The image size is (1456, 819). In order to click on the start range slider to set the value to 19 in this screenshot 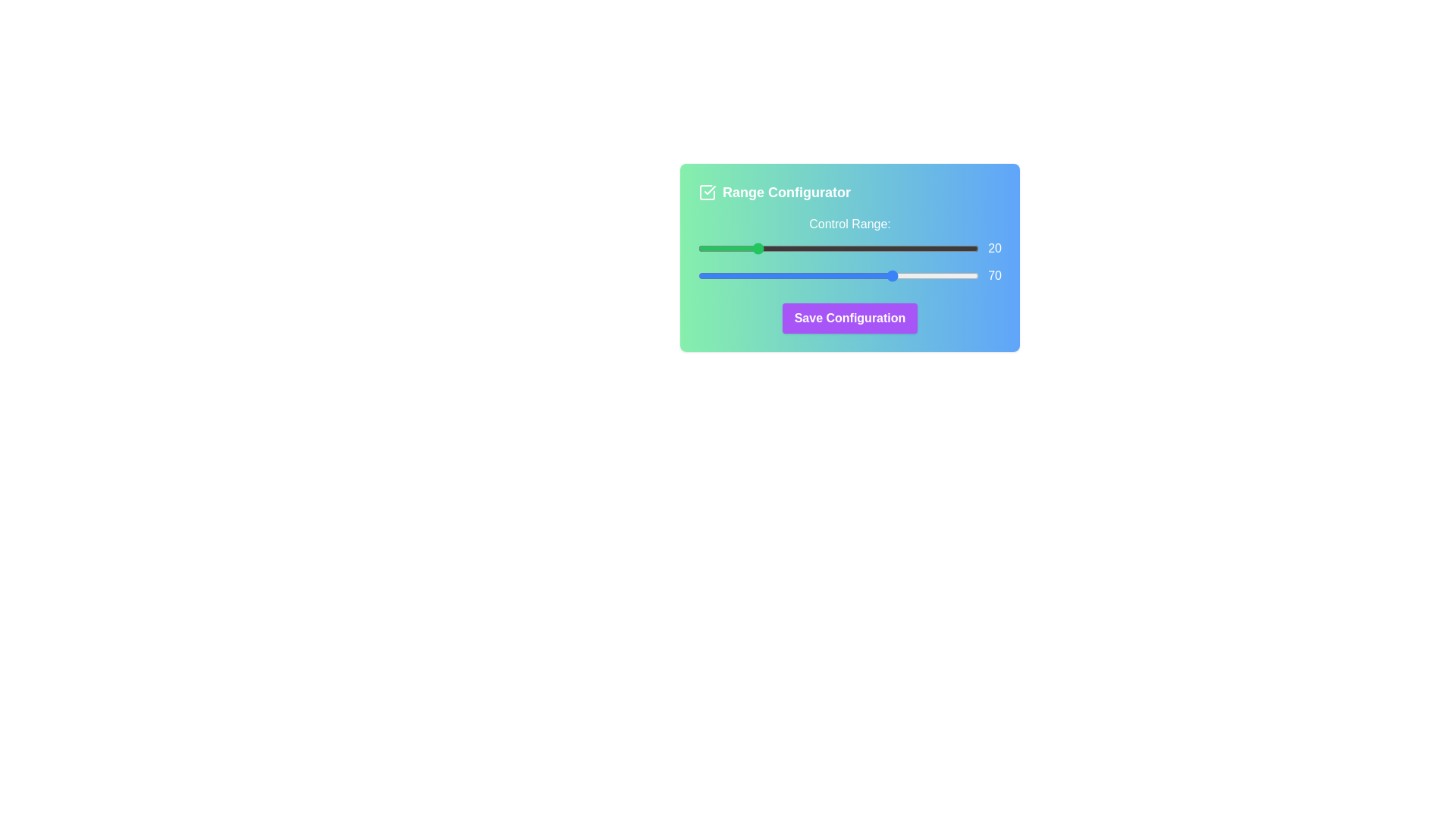, I will do `click(752, 247)`.